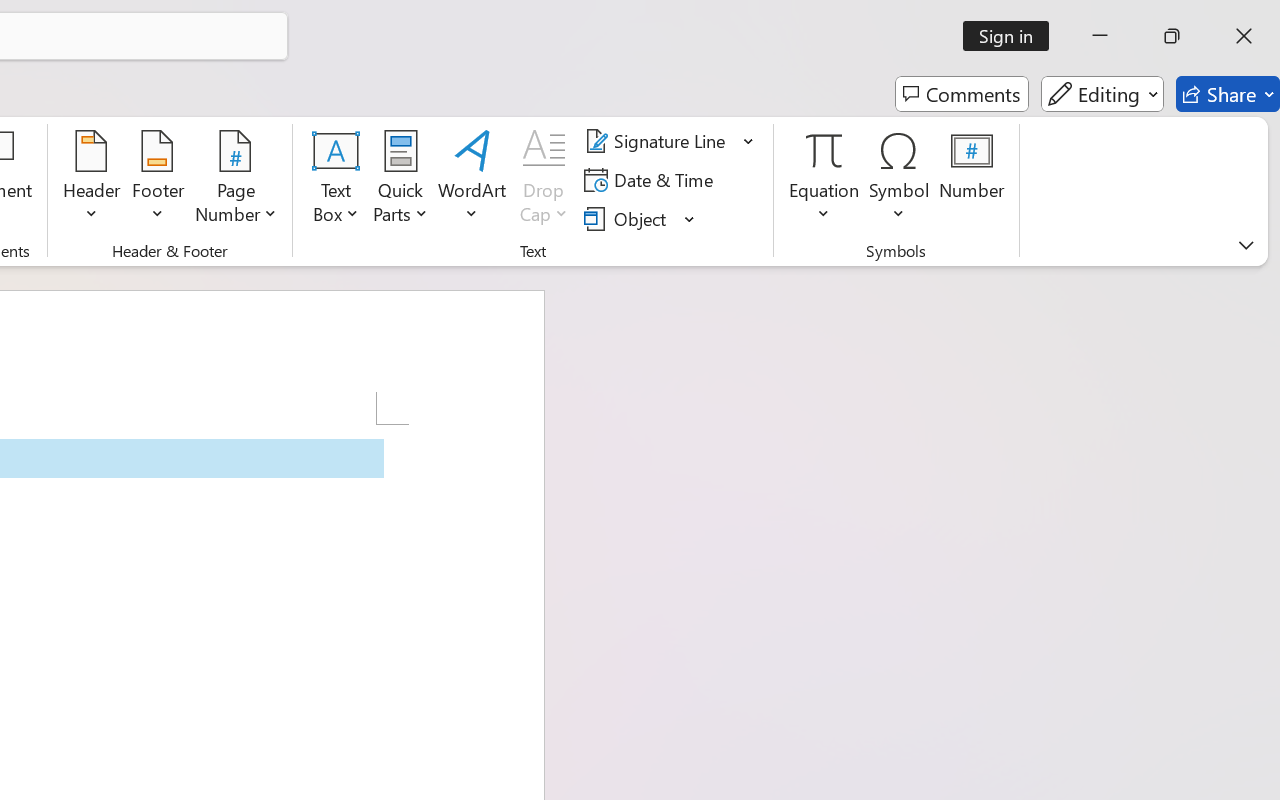  What do you see at coordinates (898, 179) in the screenshot?
I see `'Symbol'` at bounding box center [898, 179].